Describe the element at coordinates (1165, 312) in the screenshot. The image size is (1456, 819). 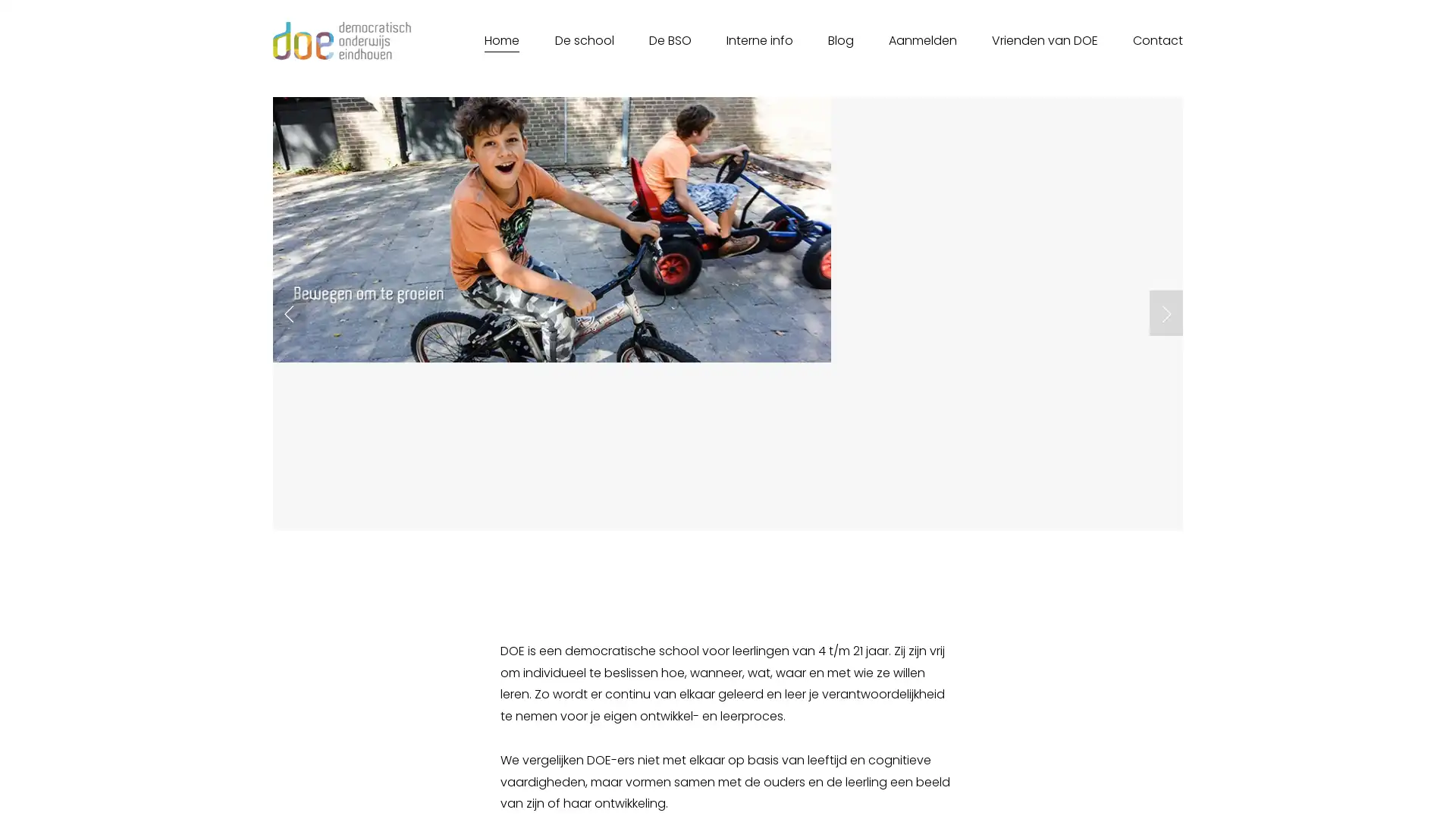
I see `Volgende dia` at that location.